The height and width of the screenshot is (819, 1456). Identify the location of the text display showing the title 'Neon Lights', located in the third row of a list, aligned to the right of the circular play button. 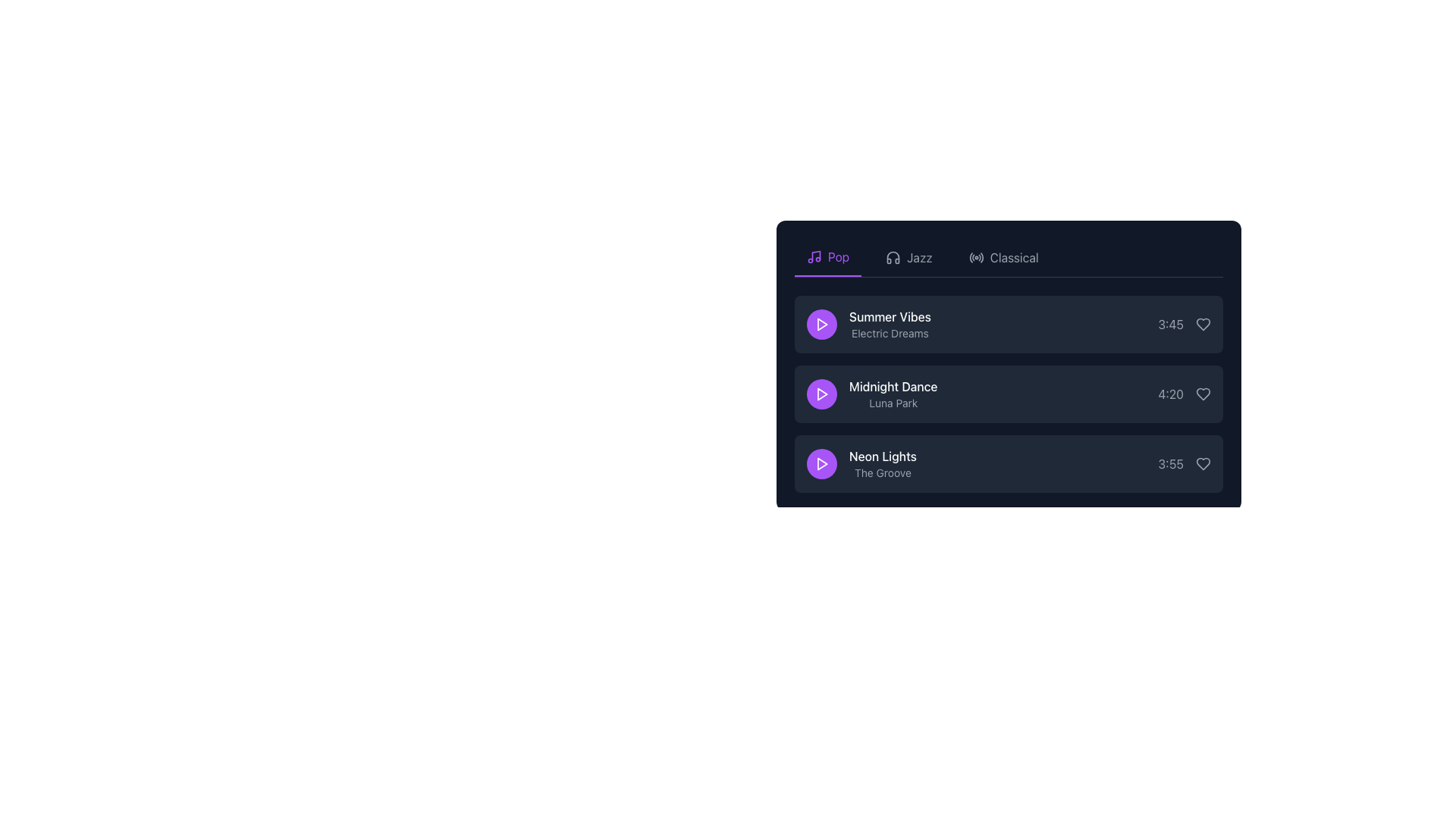
(883, 463).